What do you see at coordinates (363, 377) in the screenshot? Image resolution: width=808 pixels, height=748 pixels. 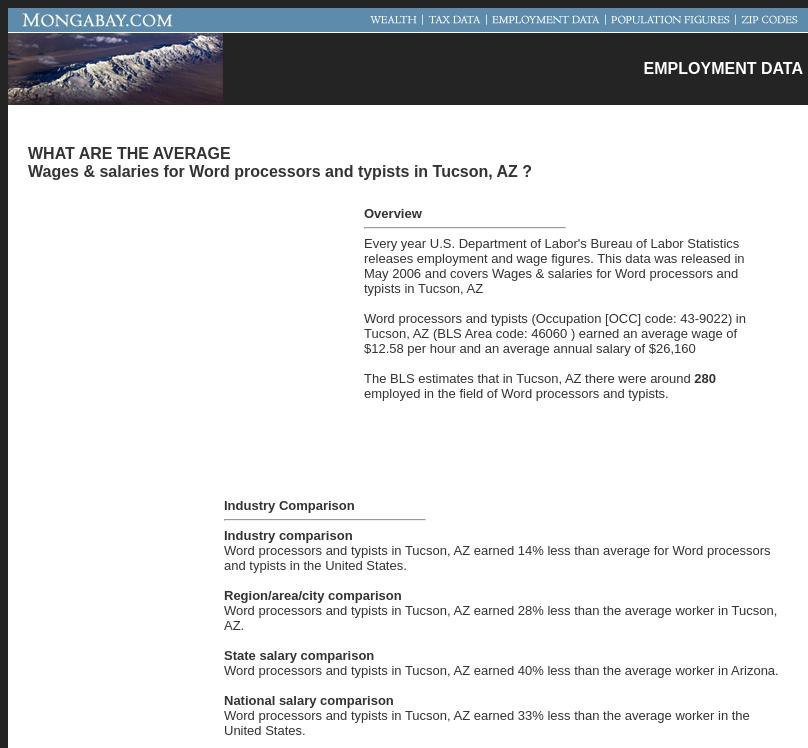 I see `'The BLS estimates that in Tucson, AZ there were around'` at bounding box center [363, 377].